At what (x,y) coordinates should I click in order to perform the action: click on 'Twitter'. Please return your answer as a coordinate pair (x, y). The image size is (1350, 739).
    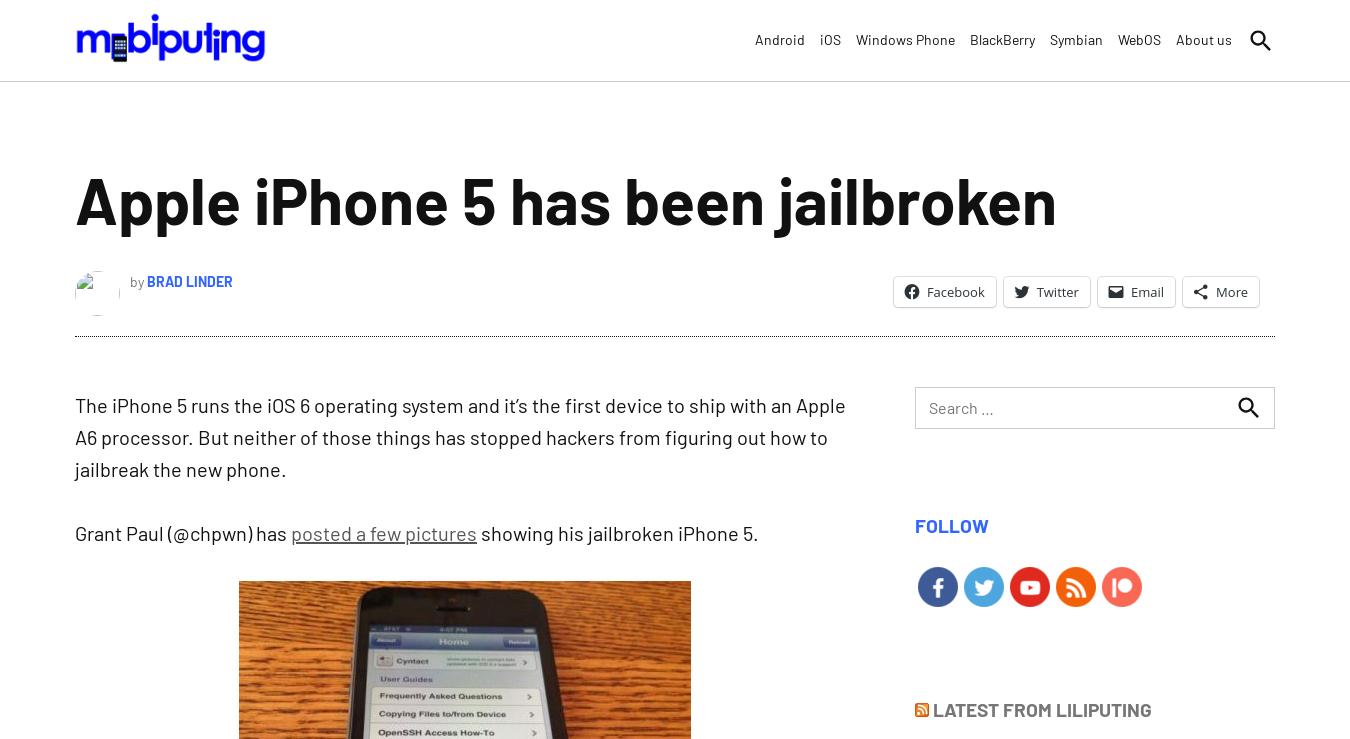
    Looking at the image, I should click on (1057, 290).